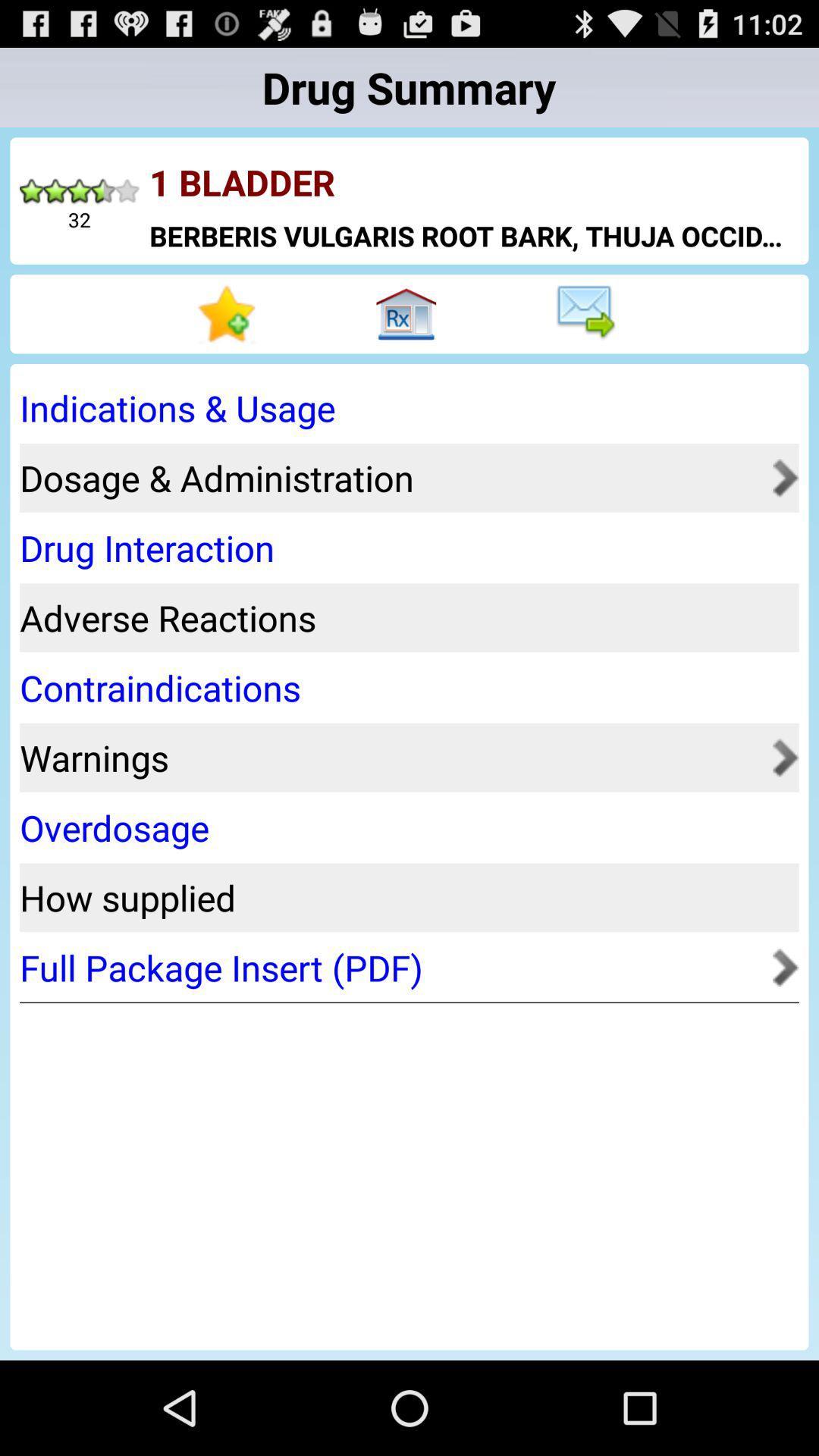 The width and height of the screenshot is (819, 1456). What do you see at coordinates (403, 687) in the screenshot?
I see `the icon below the adverse reactions app` at bounding box center [403, 687].